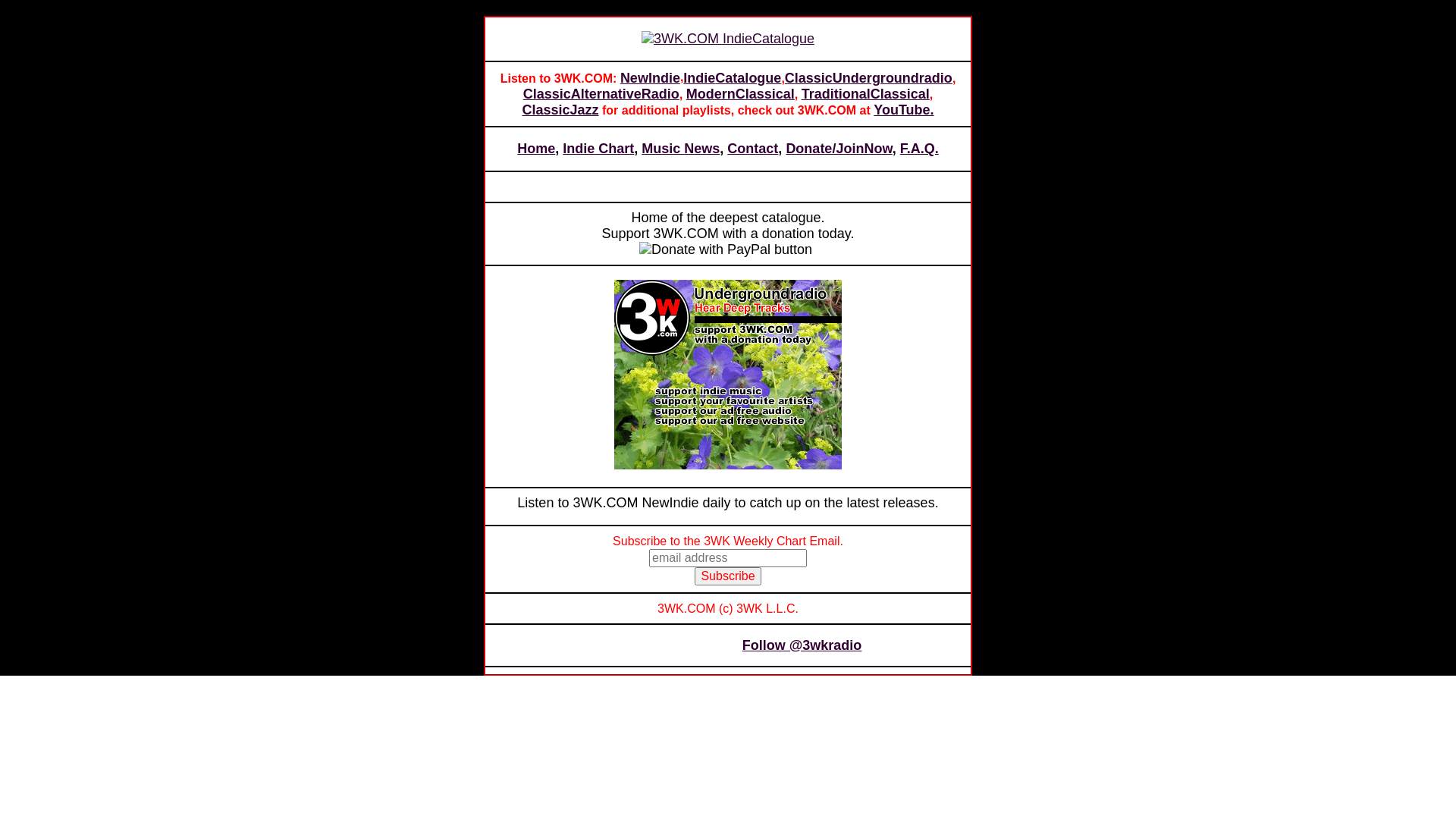 The image size is (1456, 819). I want to click on 'Follow @3wkradio', so click(801, 645).